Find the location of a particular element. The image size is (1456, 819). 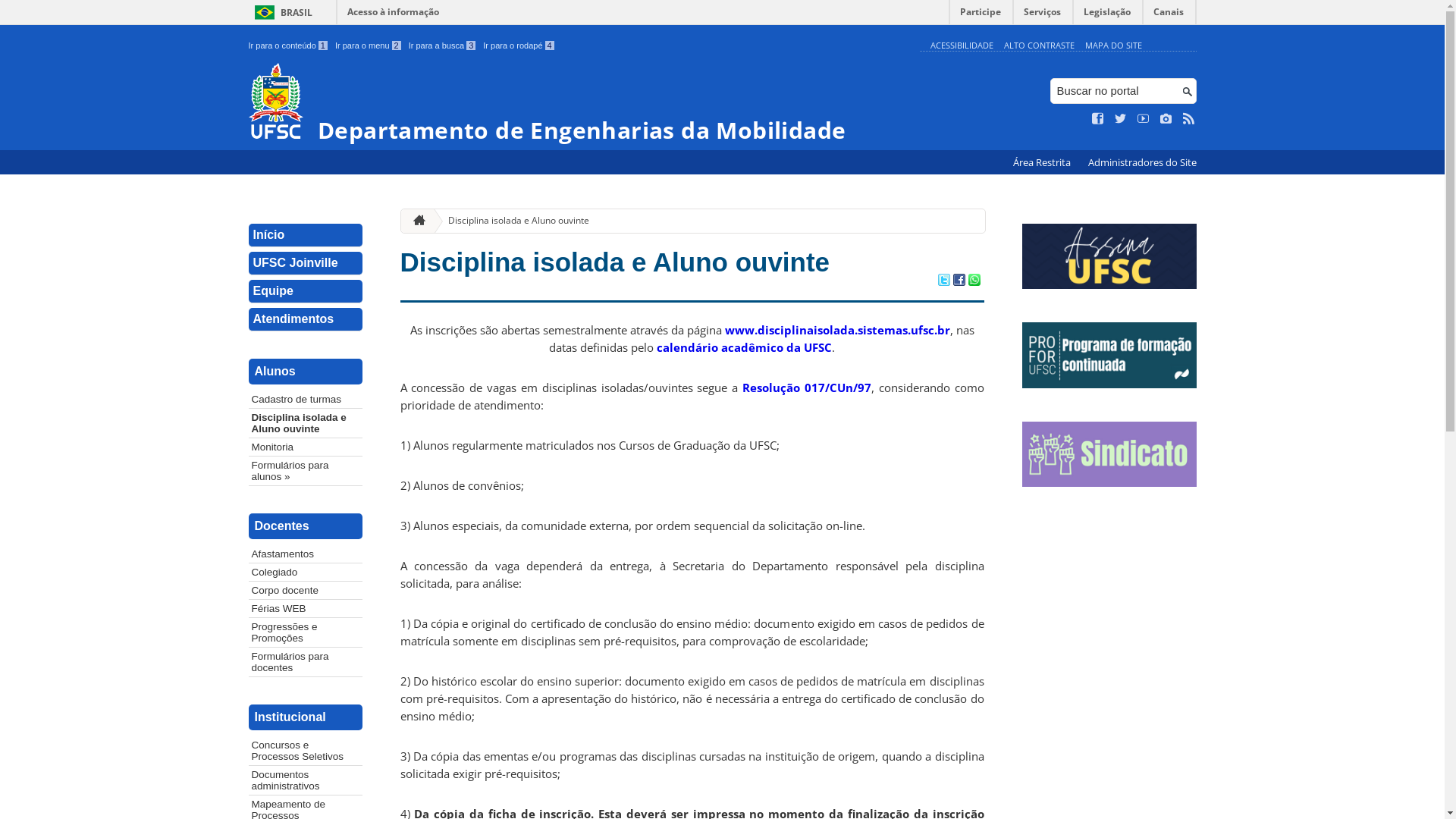

'Participe' is located at coordinates (949, 15).